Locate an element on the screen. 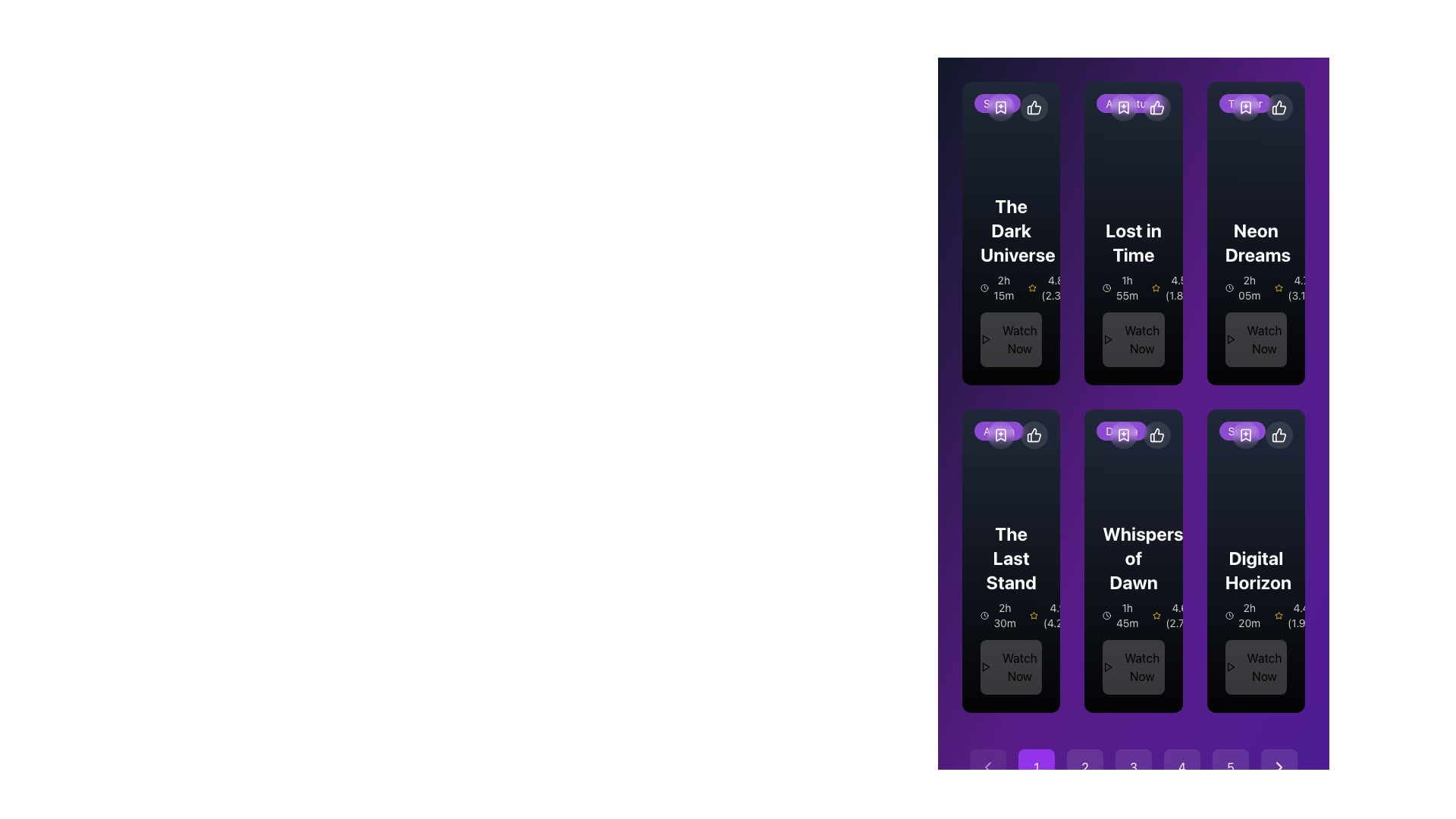  the content card for the movie 'Lost in Time' to activate its hover effects, situated in the middle column of the first row of the grid layout is located at coordinates (1133, 234).